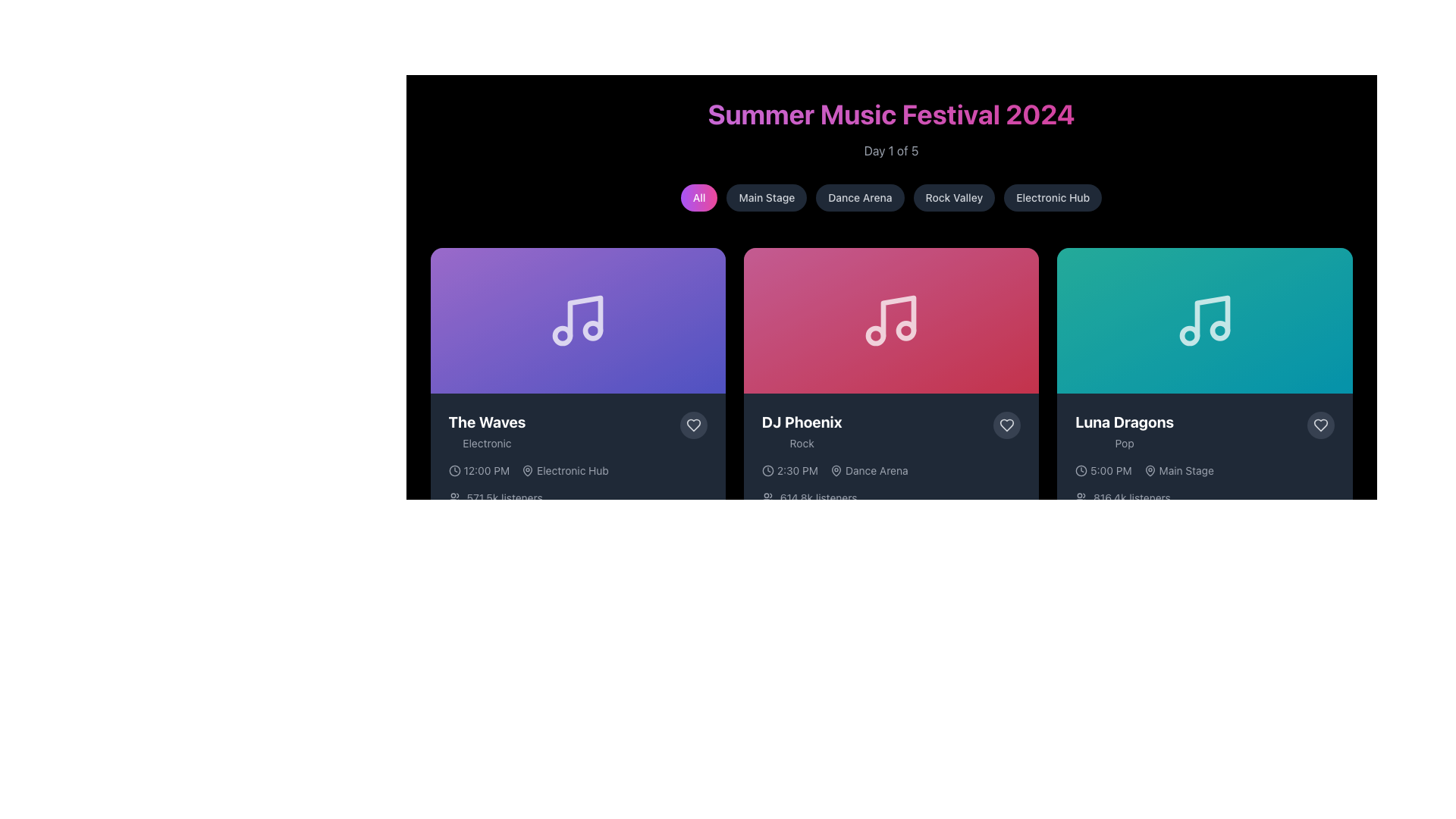 This screenshot has width=1456, height=819. Describe the element at coordinates (1203, 320) in the screenshot. I see `the Decorative graphic with background at the top section of the 'Luna Dragons' card, which is the third card in the horizontally aligned group of music event cards under the 'Summer Music Festival 2024' title to interact with it` at that location.